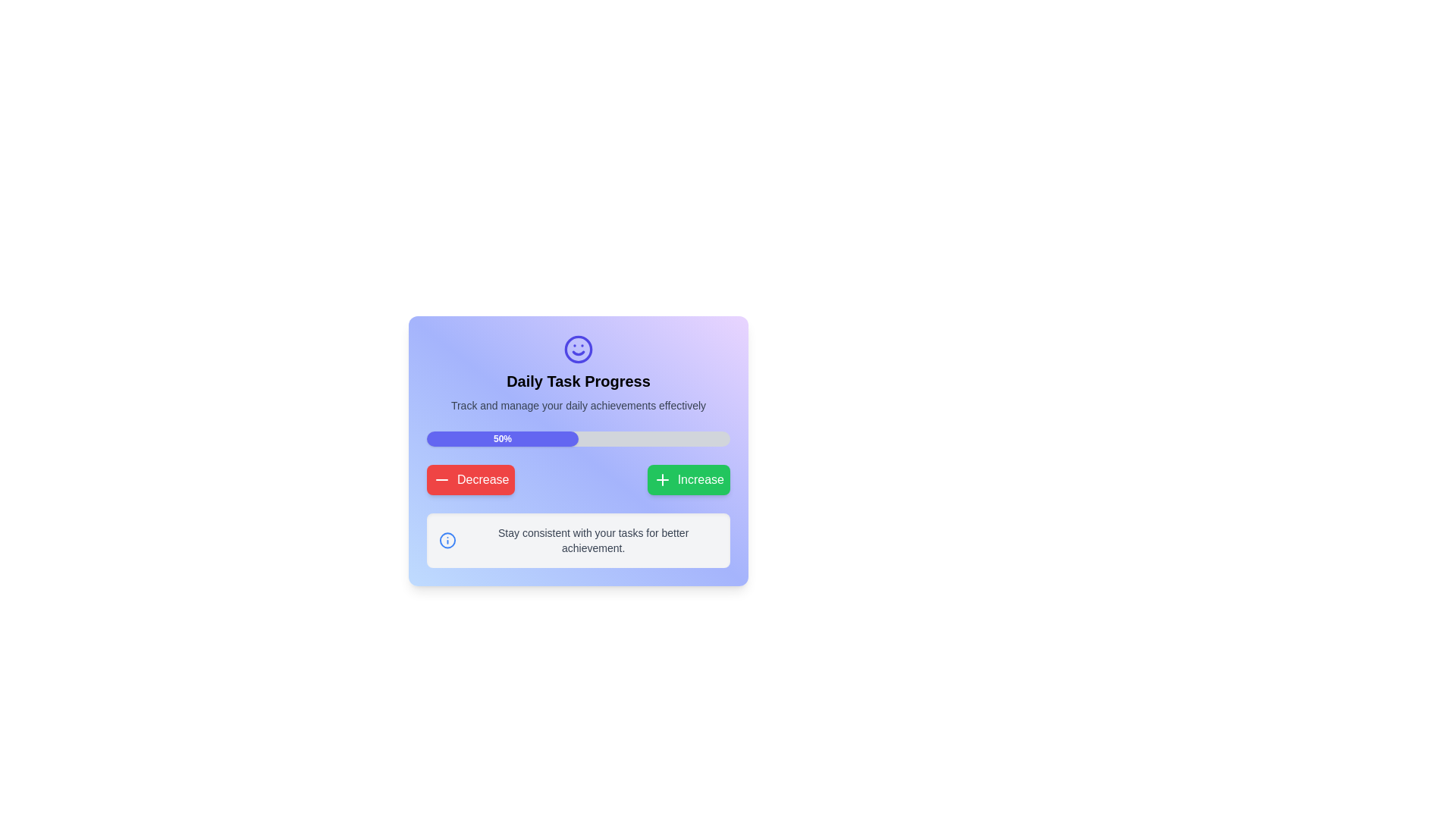  I want to click on the blue circular outline icon with a smaller blue dot above it and a line extending downwards, located to the left of the text 'Stay consistent with your tasks for better achievement.', so click(447, 540).